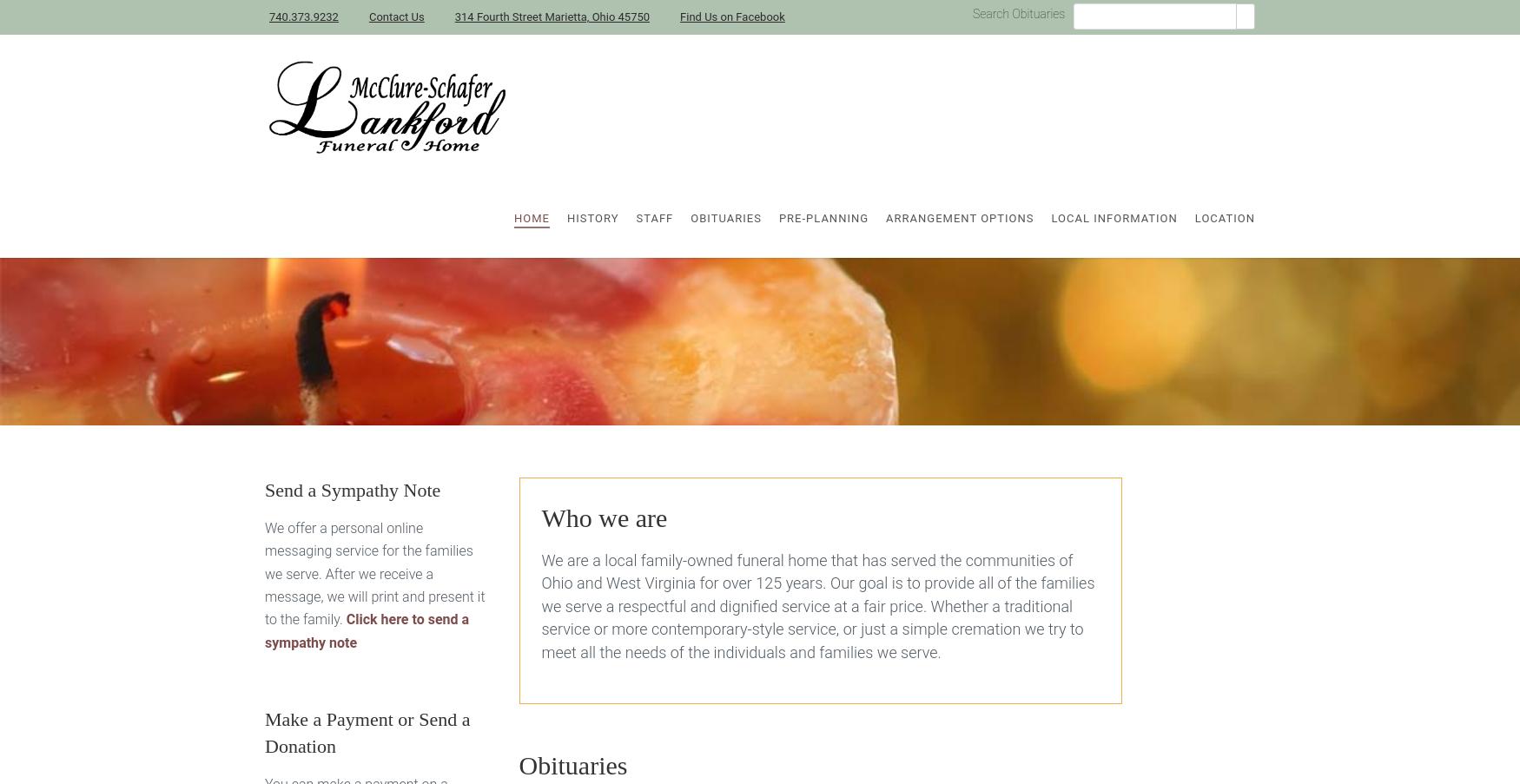 Image resolution: width=1520 pixels, height=784 pixels. I want to click on 'We offer a personal online messaging service for the families we serve. After we receive a message, we will print and present it to the family.', so click(373, 572).